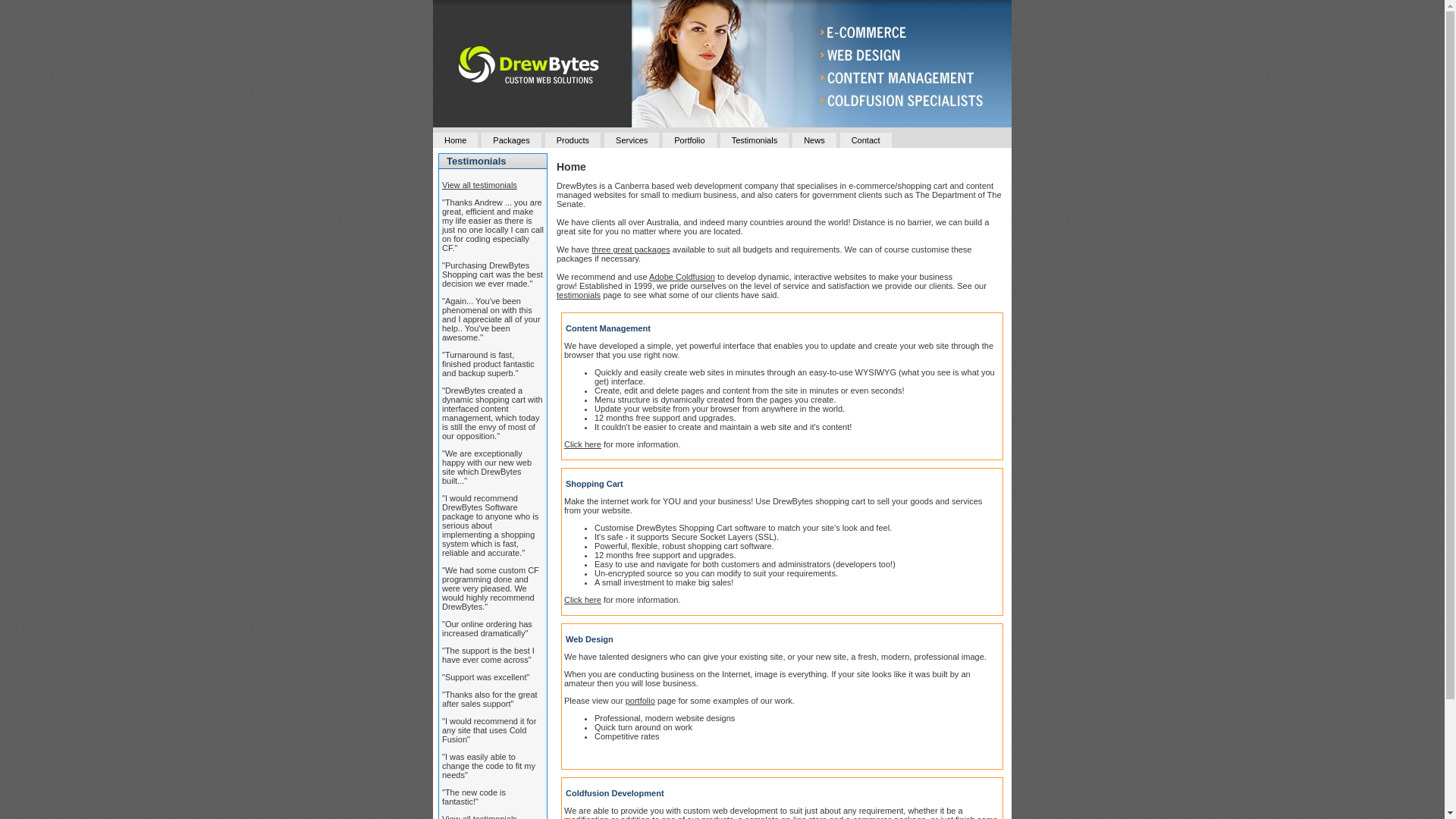  I want to click on 'Products', so click(572, 140).